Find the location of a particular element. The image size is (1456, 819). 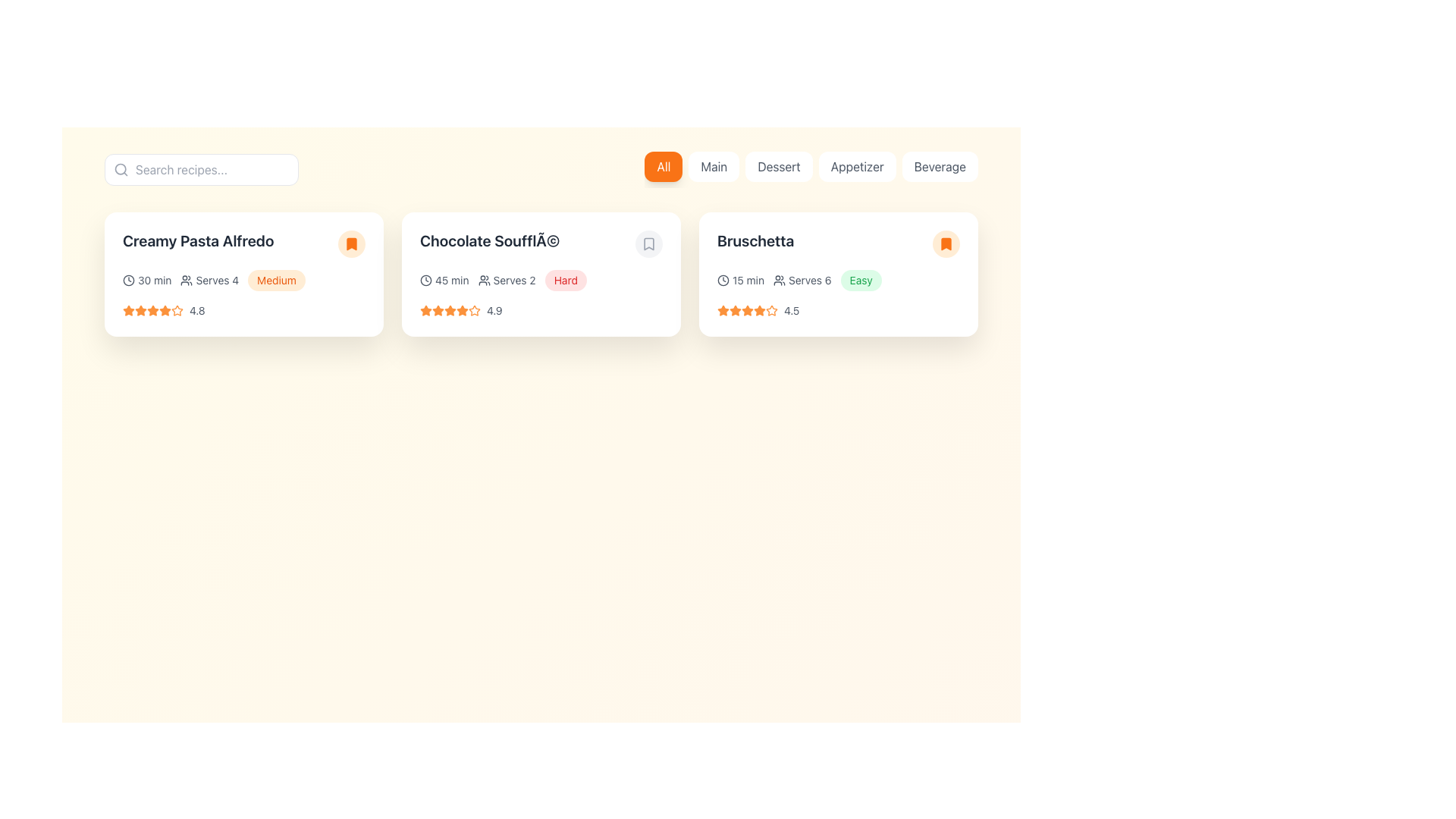

the decorative icon that visually reinforces the label 'Serves 4', which is positioned to the left of the text is located at coordinates (186, 281).